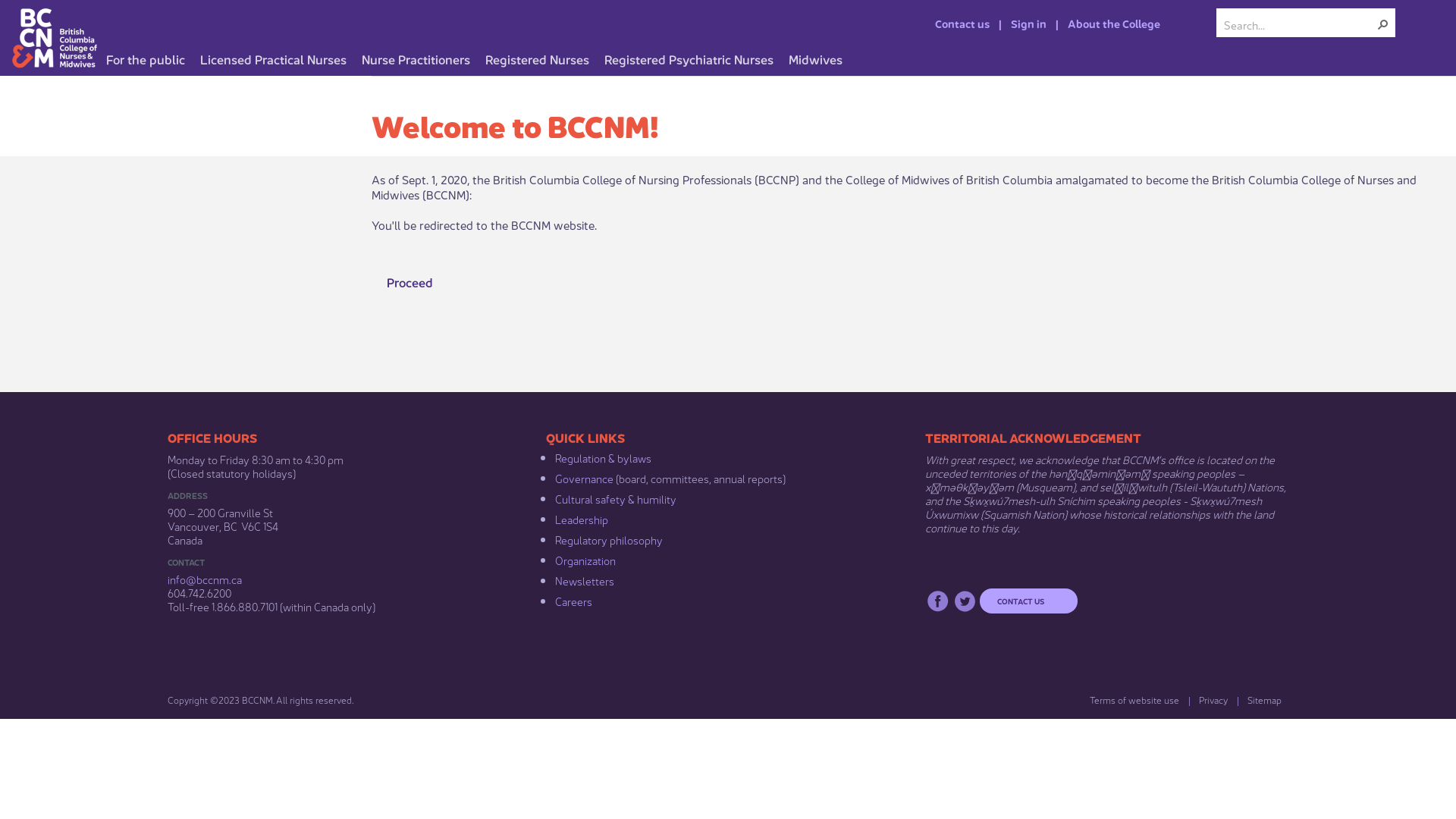 The image size is (1456, 819). What do you see at coordinates (573, 599) in the screenshot?
I see `'Careers'` at bounding box center [573, 599].